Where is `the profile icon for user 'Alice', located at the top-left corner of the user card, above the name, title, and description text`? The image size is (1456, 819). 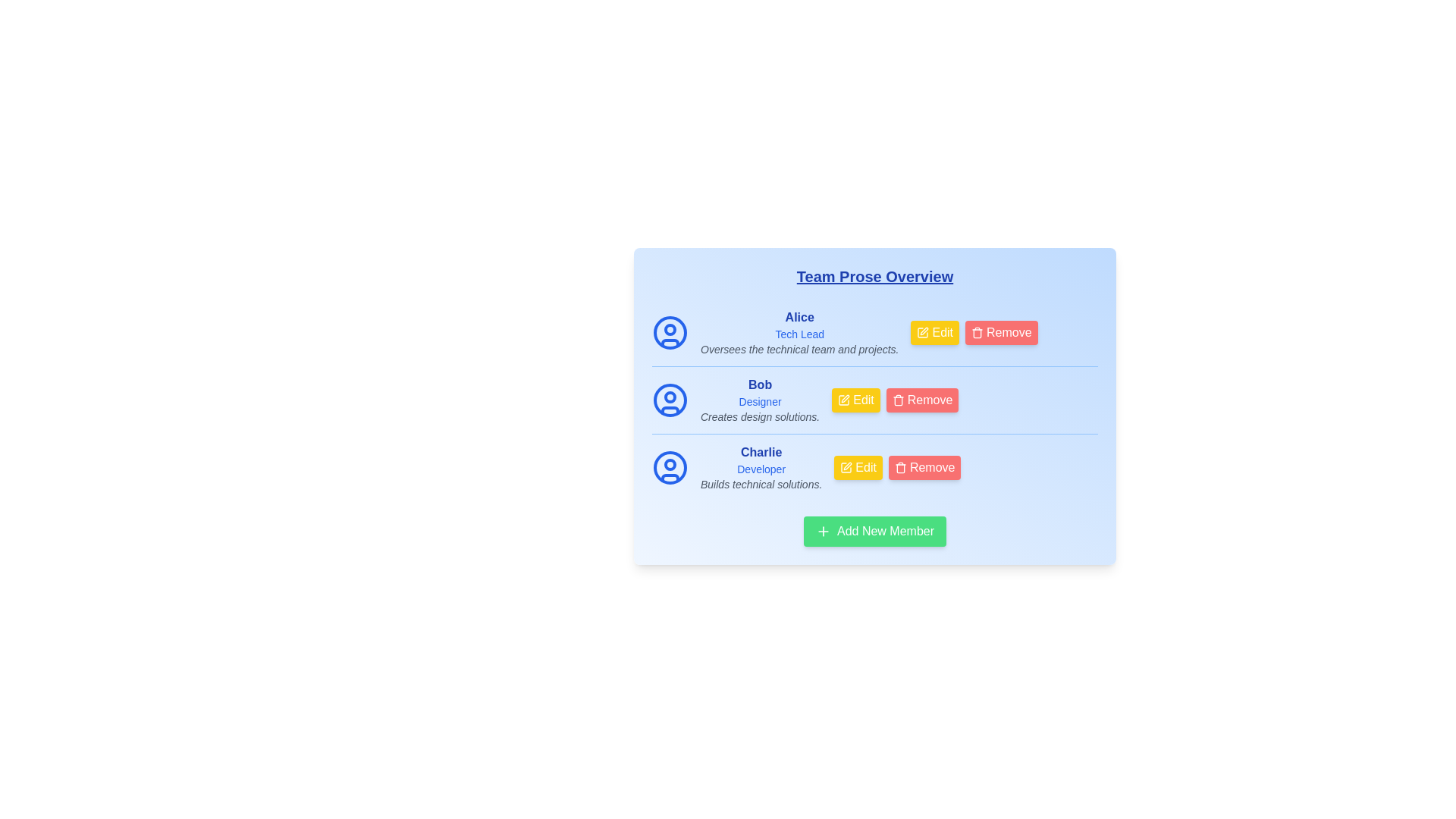 the profile icon for user 'Alice', located at the top-left corner of the user card, above the name, title, and description text is located at coordinates (669, 332).